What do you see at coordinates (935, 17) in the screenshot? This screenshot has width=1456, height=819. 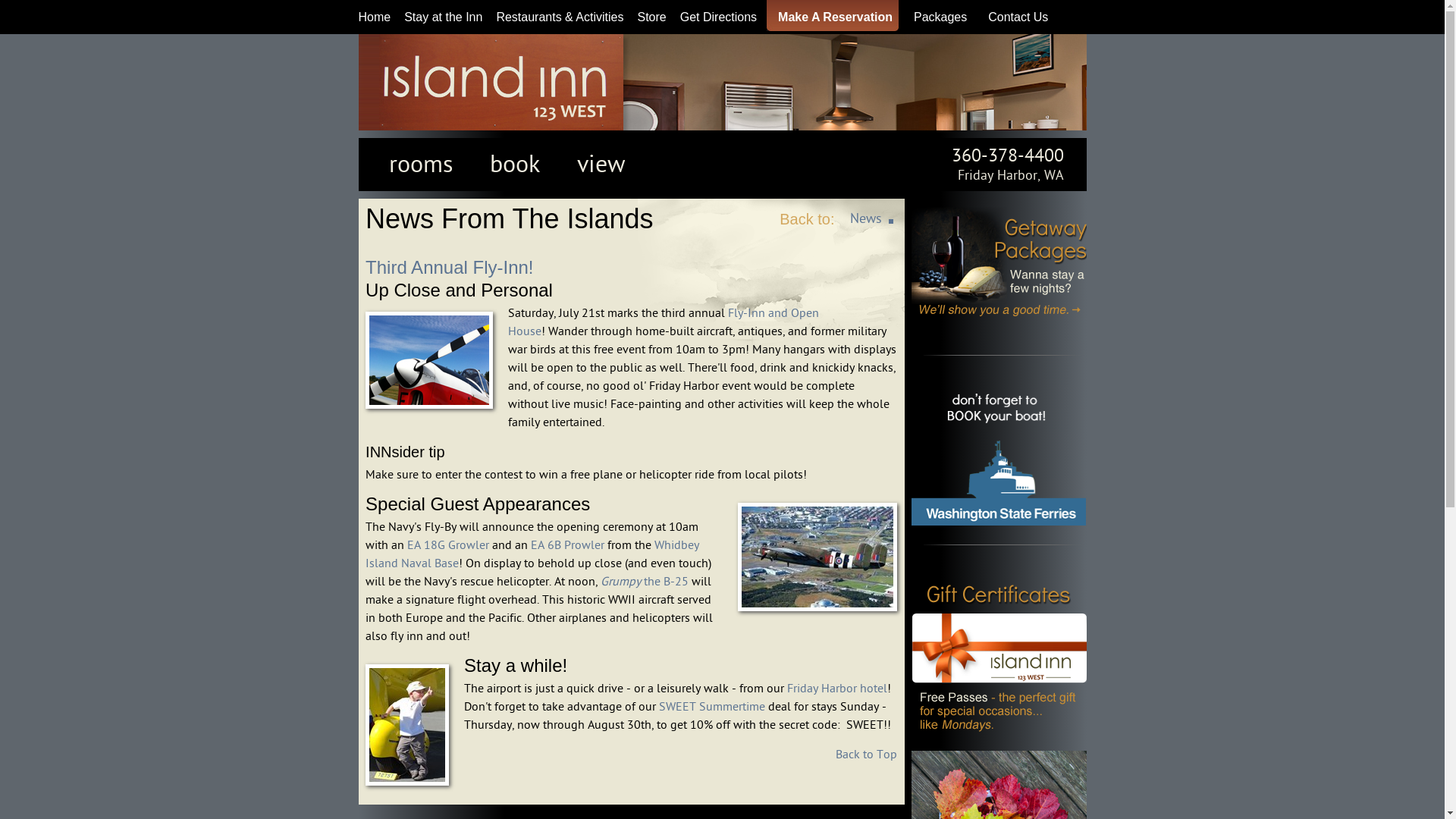 I see `'Packages'` at bounding box center [935, 17].